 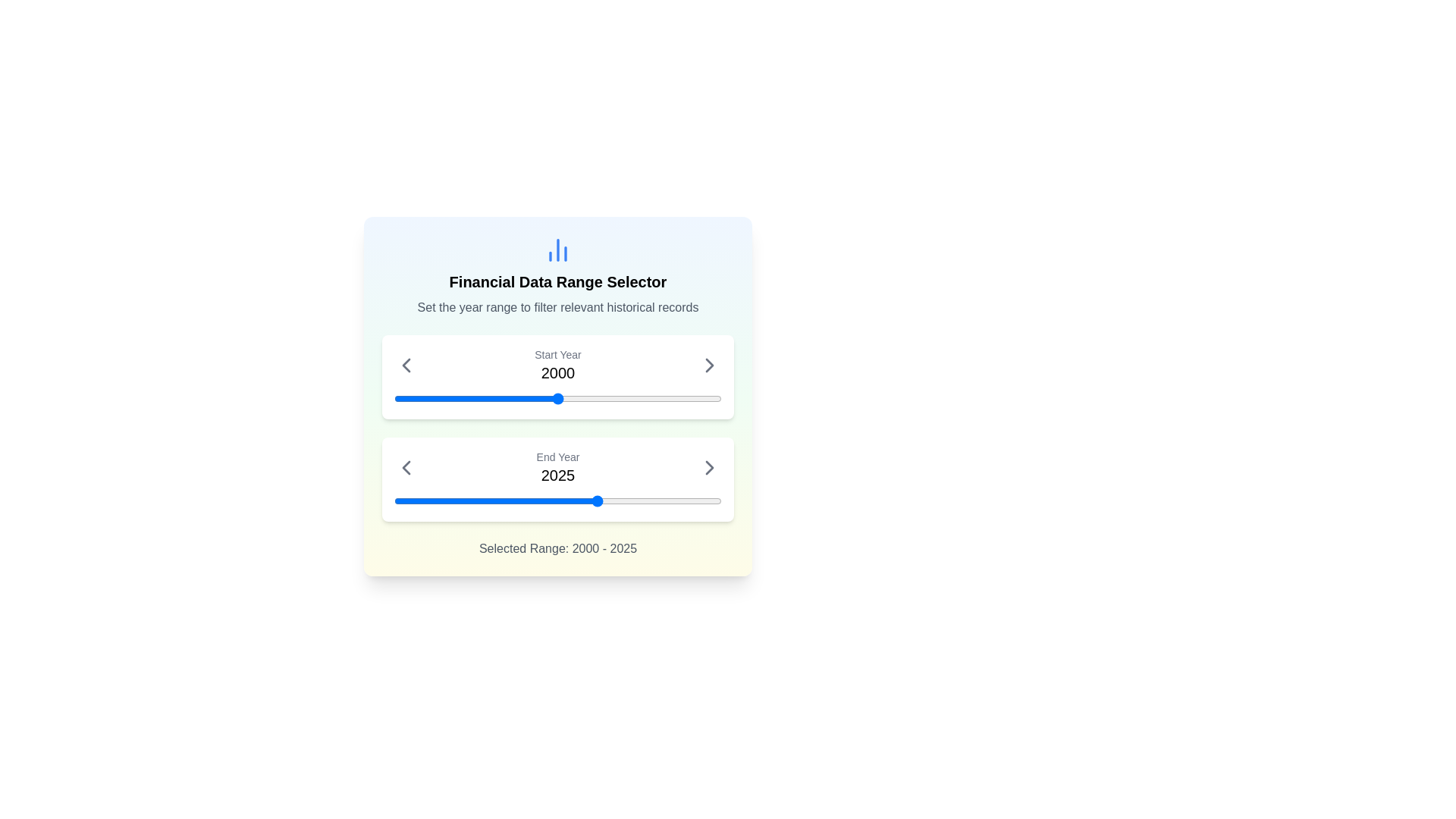 I want to click on the start year, so click(x=552, y=397).